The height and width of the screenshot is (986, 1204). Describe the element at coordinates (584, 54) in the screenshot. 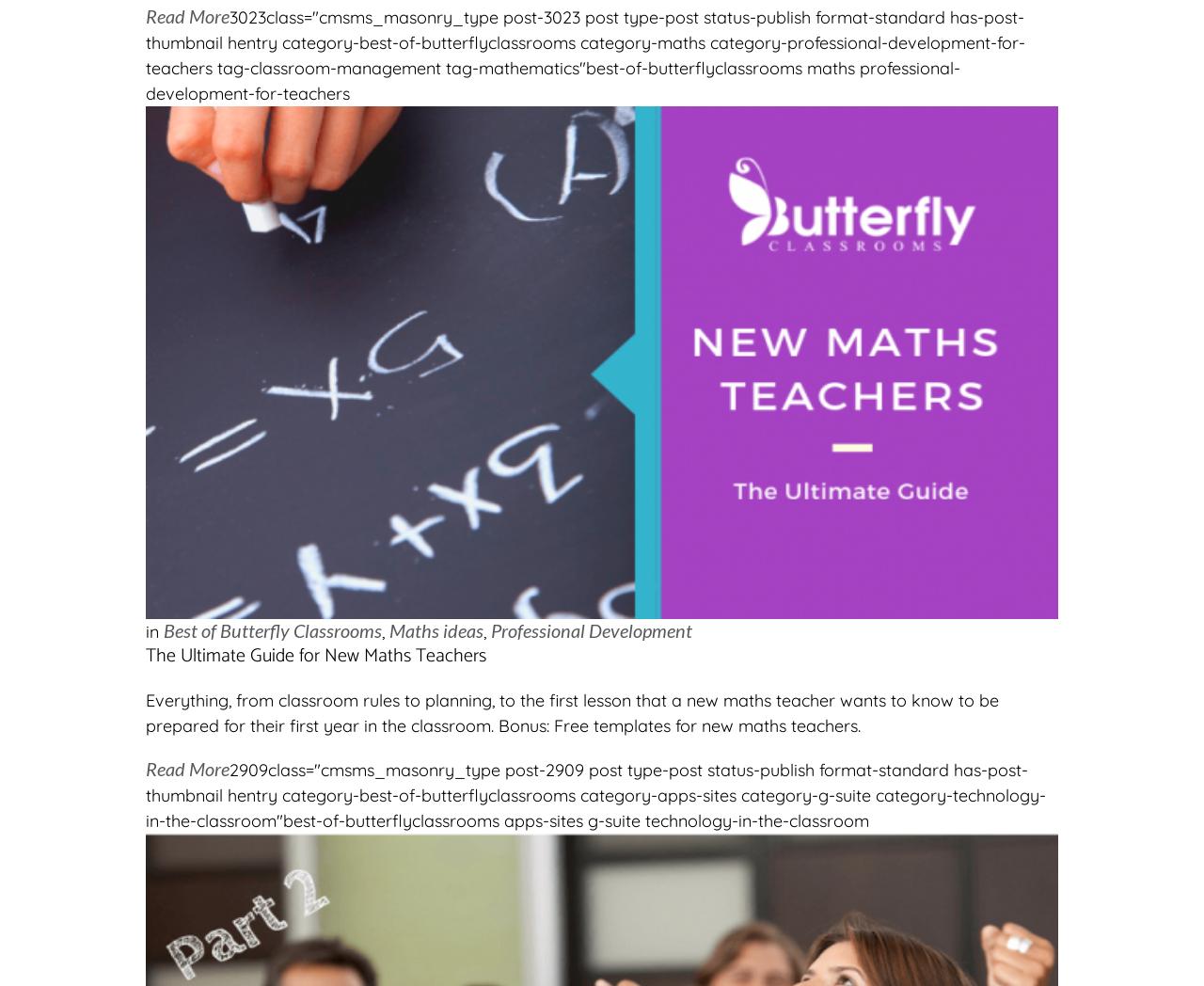

I see `'3023class="cmsms_masonry_type post-3023 post type-post status-publish format-standard has-post-thumbnail hentry category-best-of-butterflyclassrooms category-maths category-professional-development-for-teachers tag-classroom-management tag-mathematics"best-of-butterflyclassrooms maths professional-development-for-teachers'` at that location.